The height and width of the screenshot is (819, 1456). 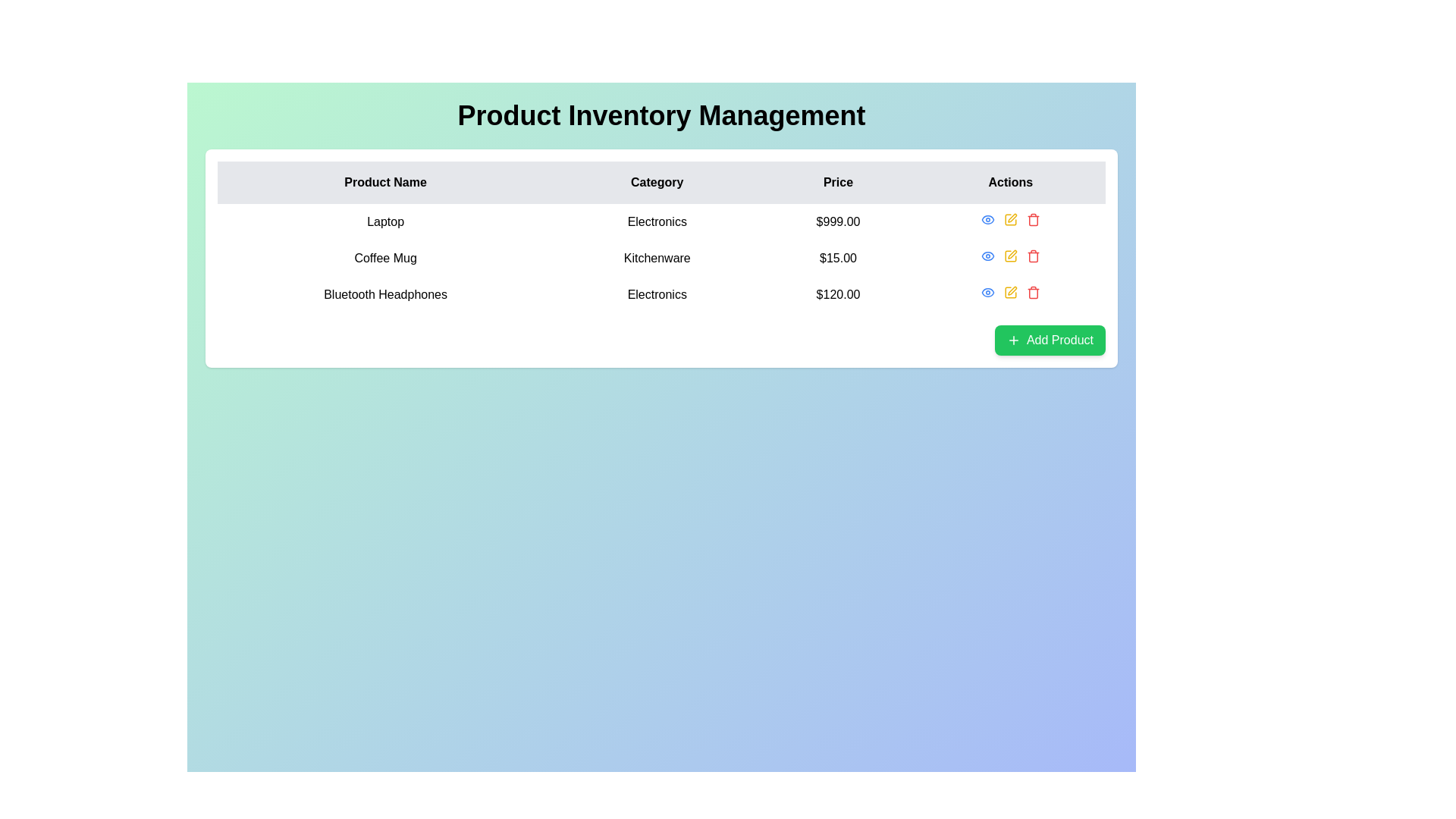 What do you see at coordinates (1032, 292) in the screenshot?
I see `the red trash icon in the 'Actions' column of the third row` at bounding box center [1032, 292].